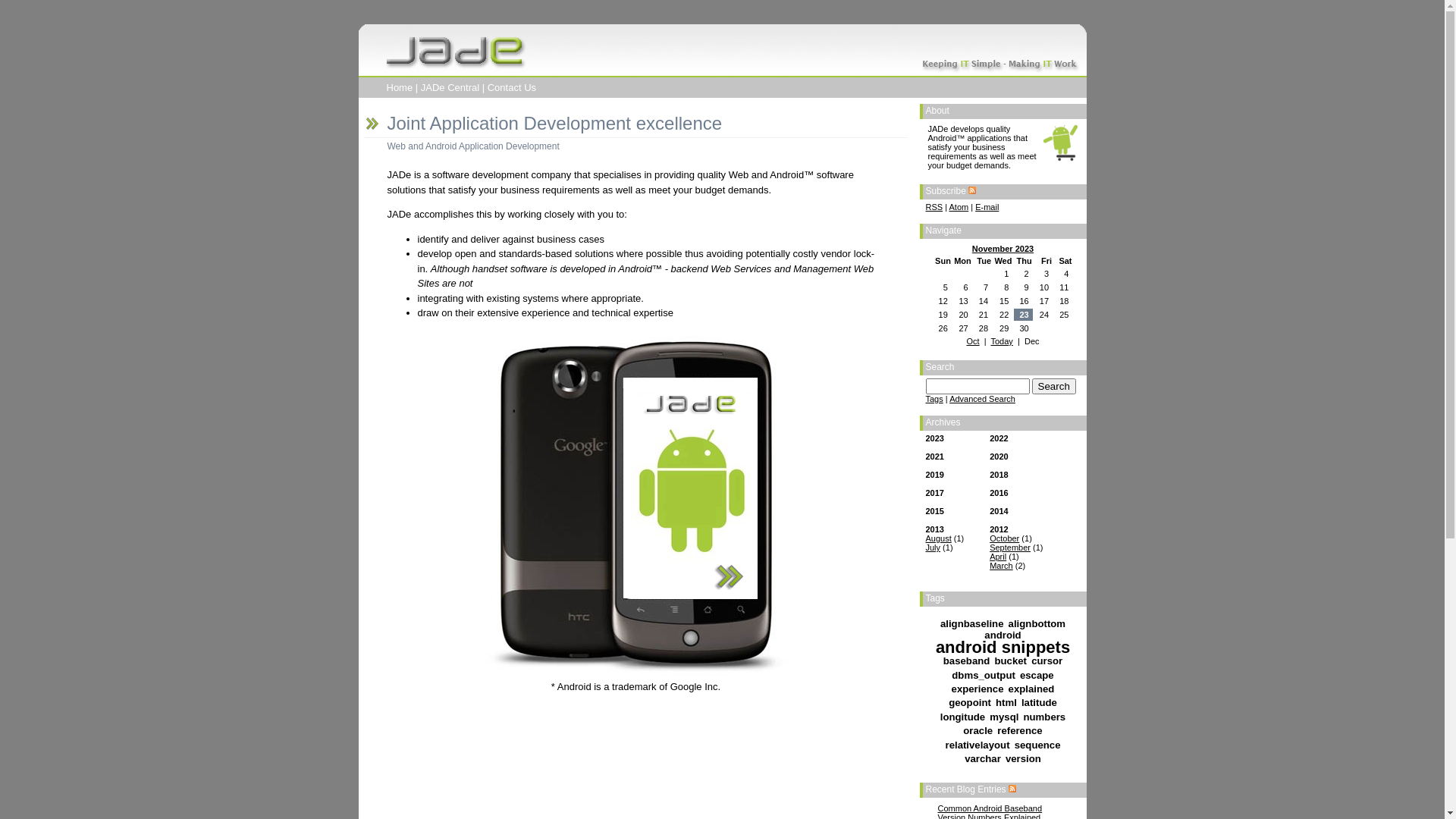 The image size is (1456, 819). What do you see at coordinates (990, 565) in the screenshot?
I see `'March'` at bounding box center [990, 565].